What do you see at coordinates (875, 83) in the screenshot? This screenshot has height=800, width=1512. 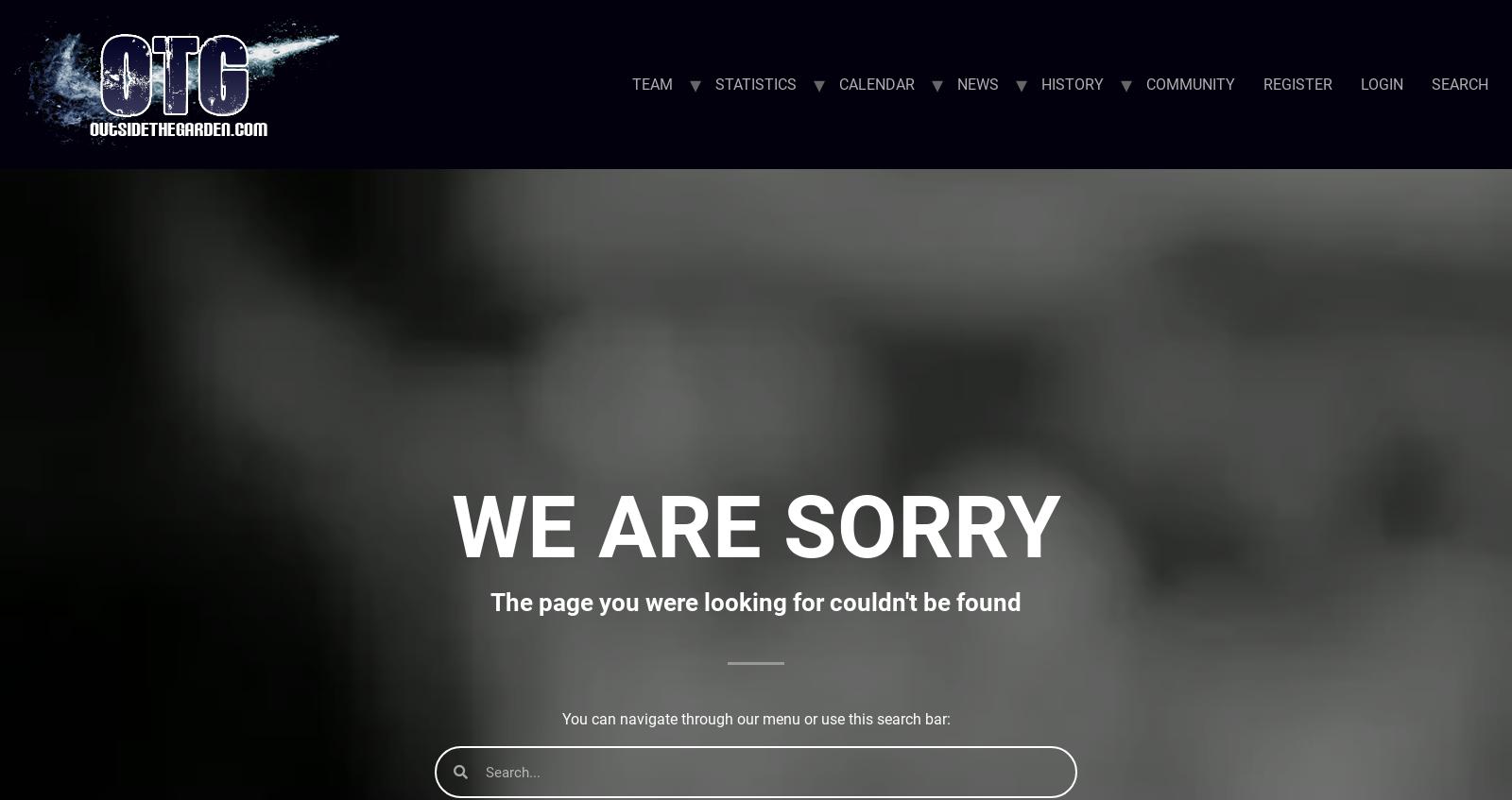 I see `'CALENDAR'` at bounding box center [875, 83].